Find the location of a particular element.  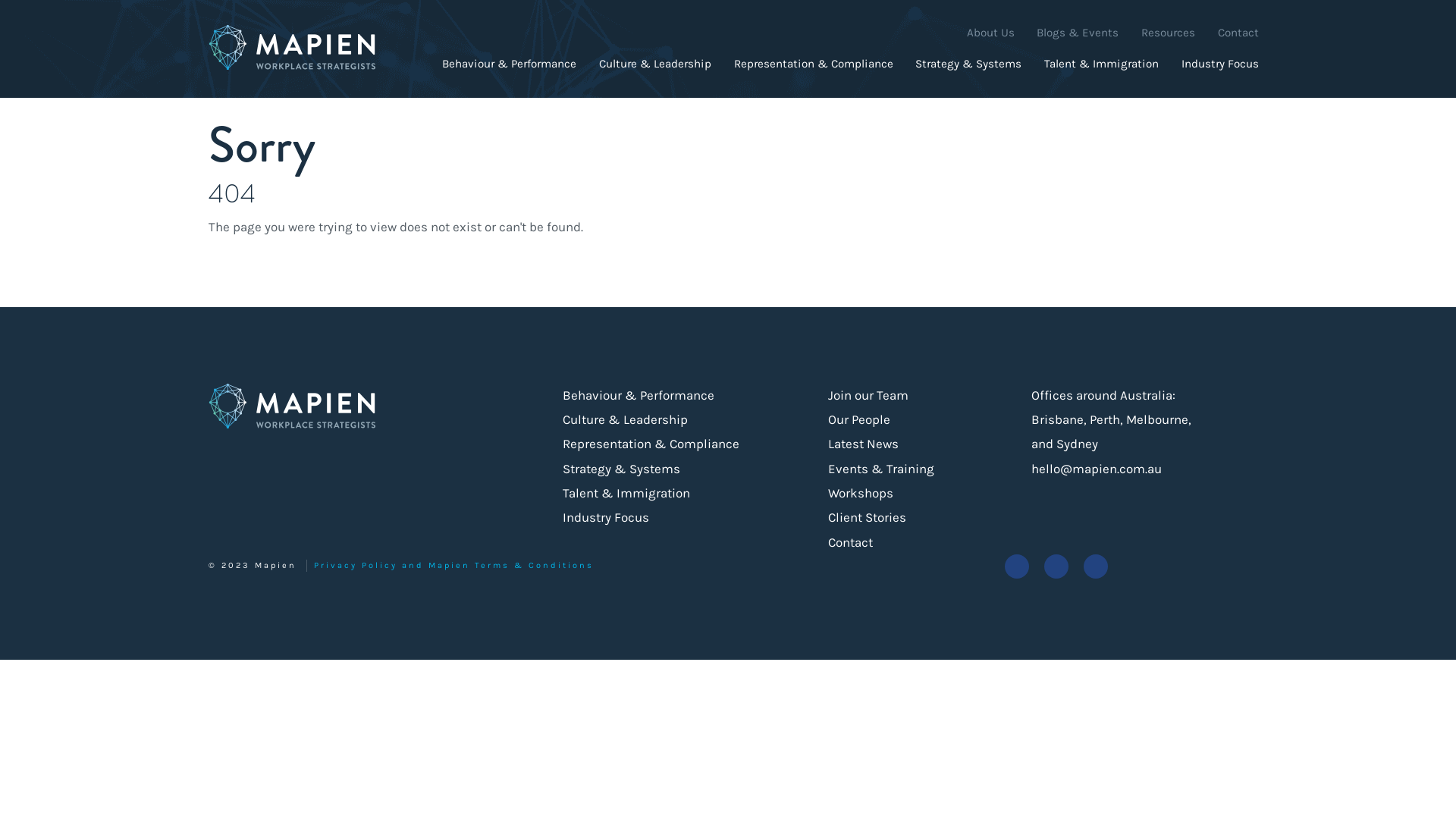

'Industry Focus' is located at coordinates (604, 516).